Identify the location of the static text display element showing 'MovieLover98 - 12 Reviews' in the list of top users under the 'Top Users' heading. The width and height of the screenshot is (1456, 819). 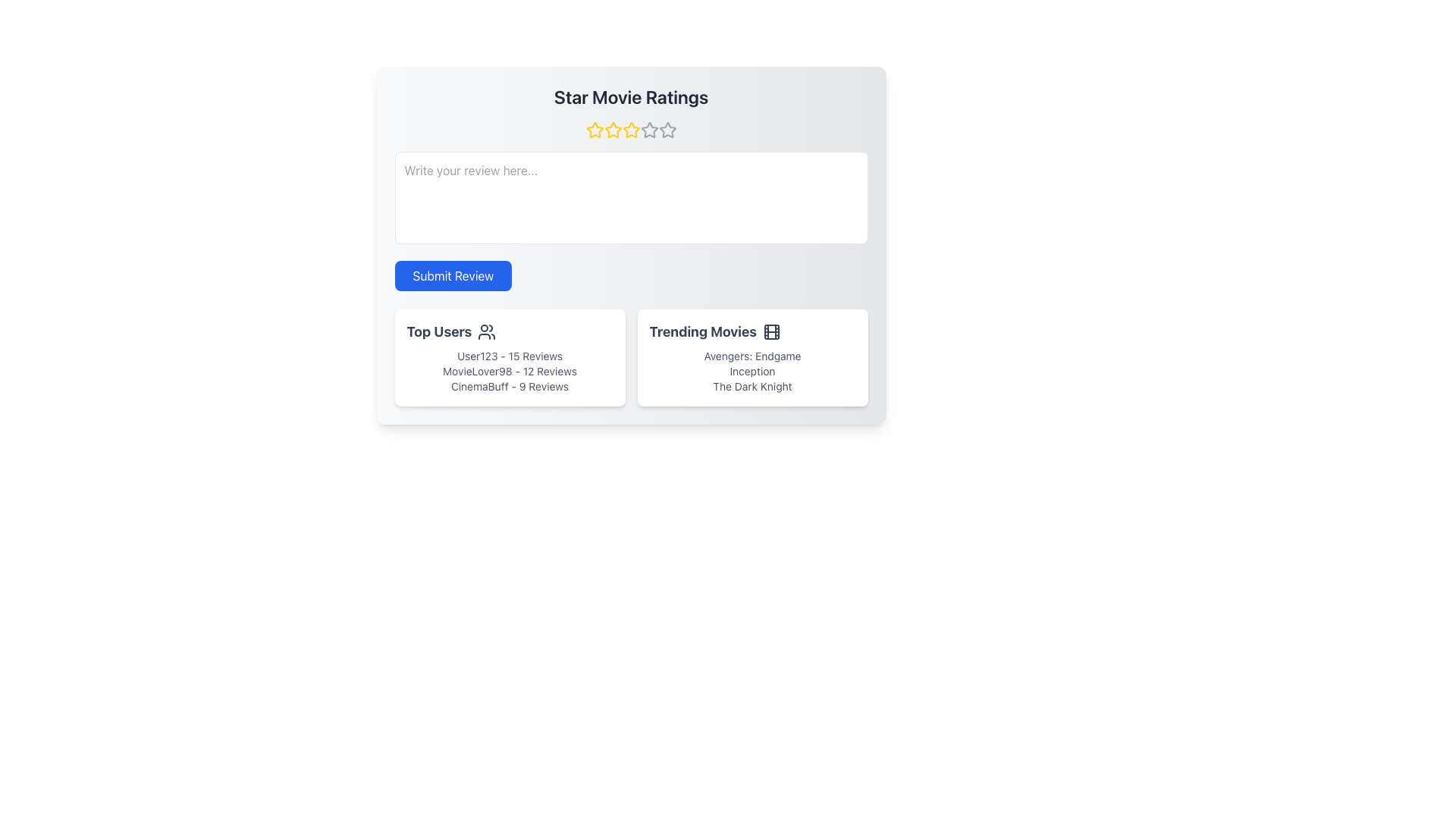
(510, 371).